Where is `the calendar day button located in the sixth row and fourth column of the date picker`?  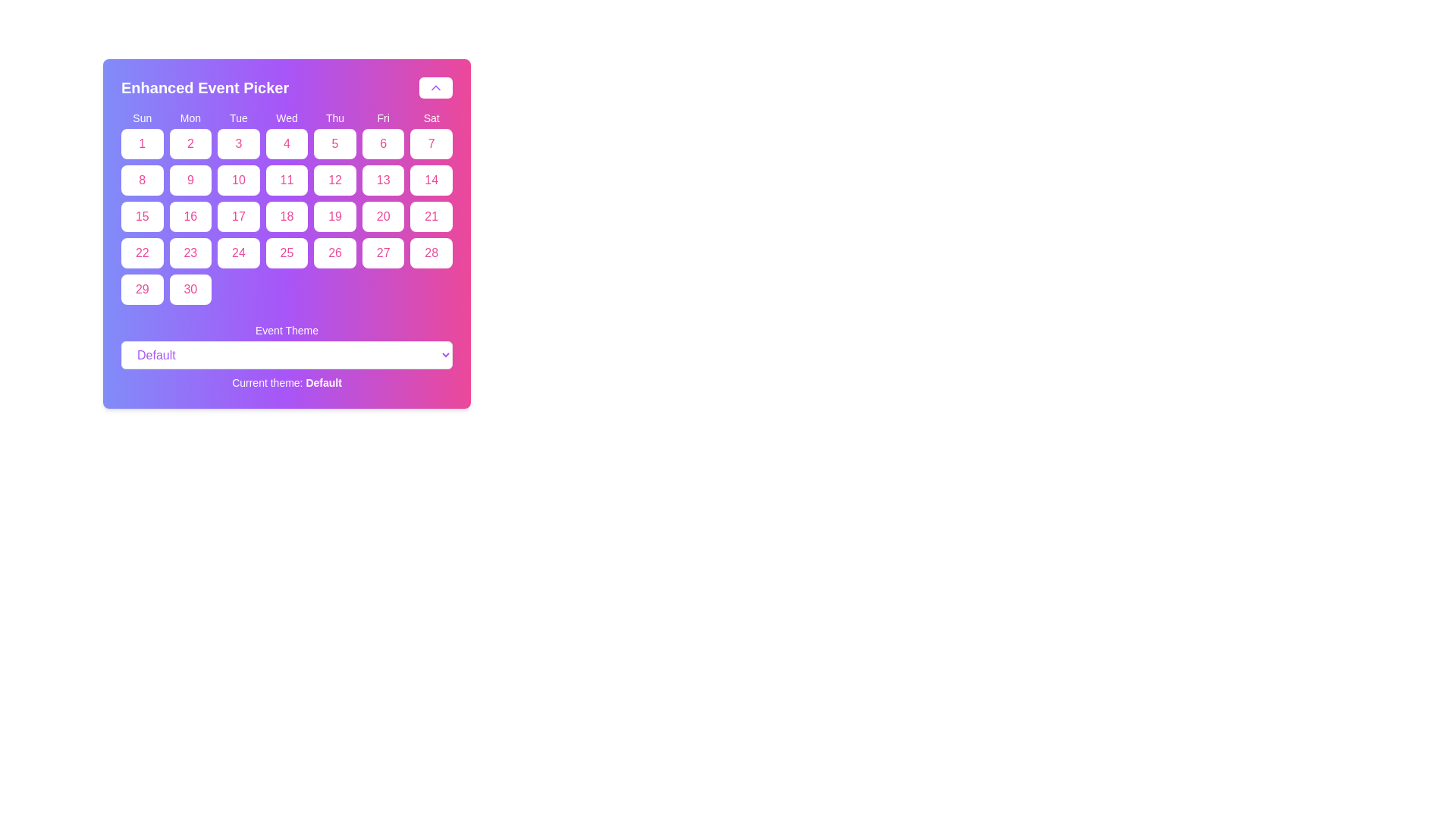
the calendar day button located in the sixth row and fourth column of the date picker is located at coordinates (334, 253).